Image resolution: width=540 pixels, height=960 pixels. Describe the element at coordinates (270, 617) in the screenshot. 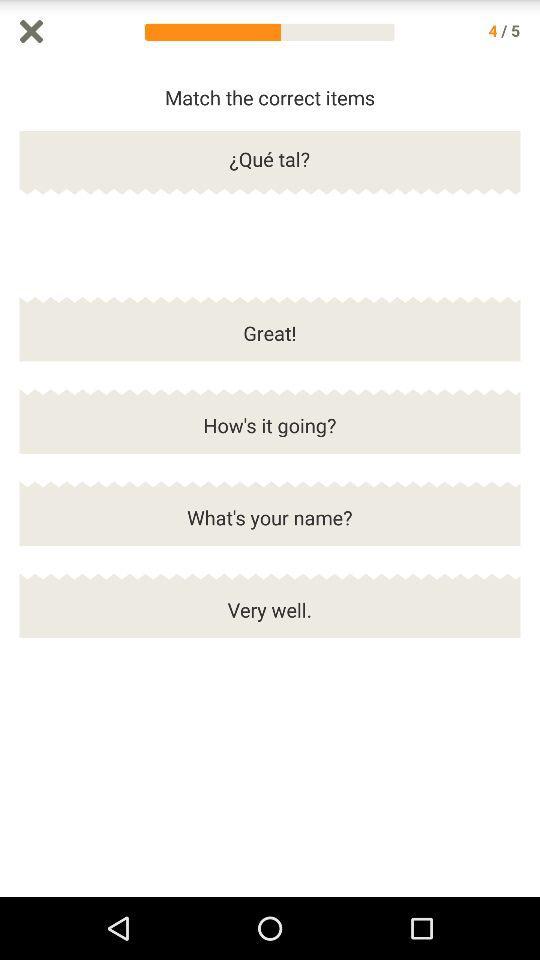

I see `the very well text` at that location.